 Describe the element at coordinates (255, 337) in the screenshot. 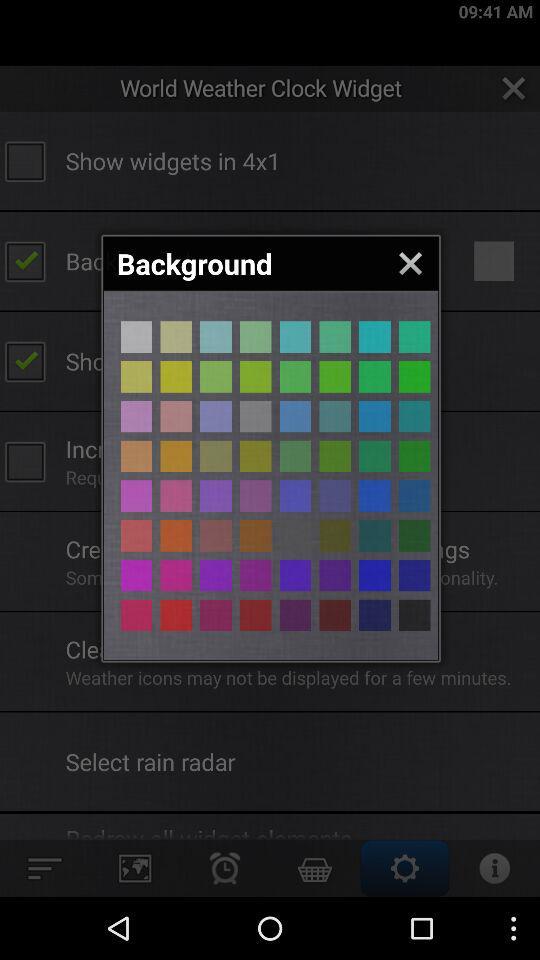

I see `different colour page` at that location.